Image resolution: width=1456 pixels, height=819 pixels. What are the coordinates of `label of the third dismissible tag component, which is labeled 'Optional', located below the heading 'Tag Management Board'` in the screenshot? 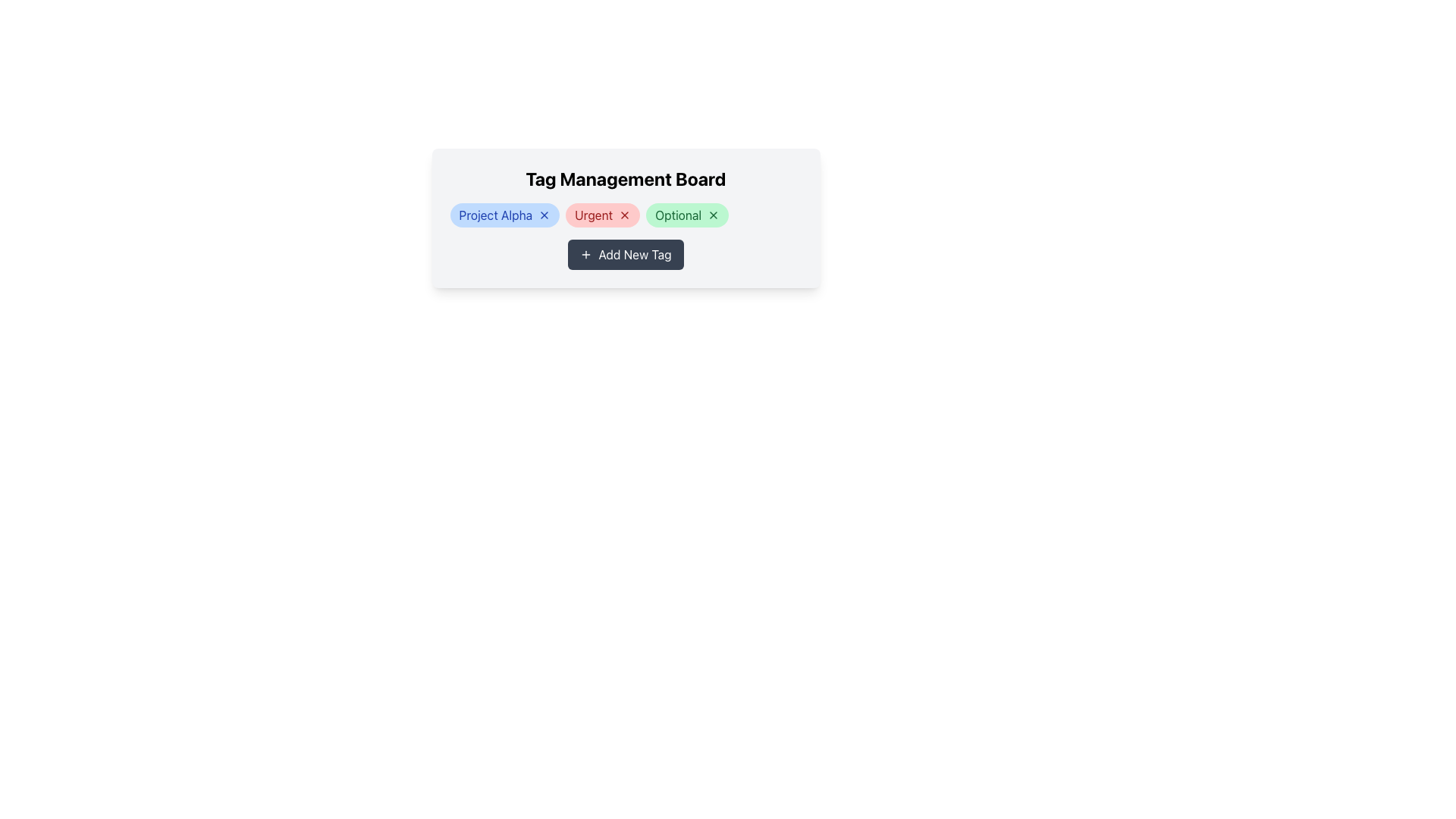 It's located at (686, 215).